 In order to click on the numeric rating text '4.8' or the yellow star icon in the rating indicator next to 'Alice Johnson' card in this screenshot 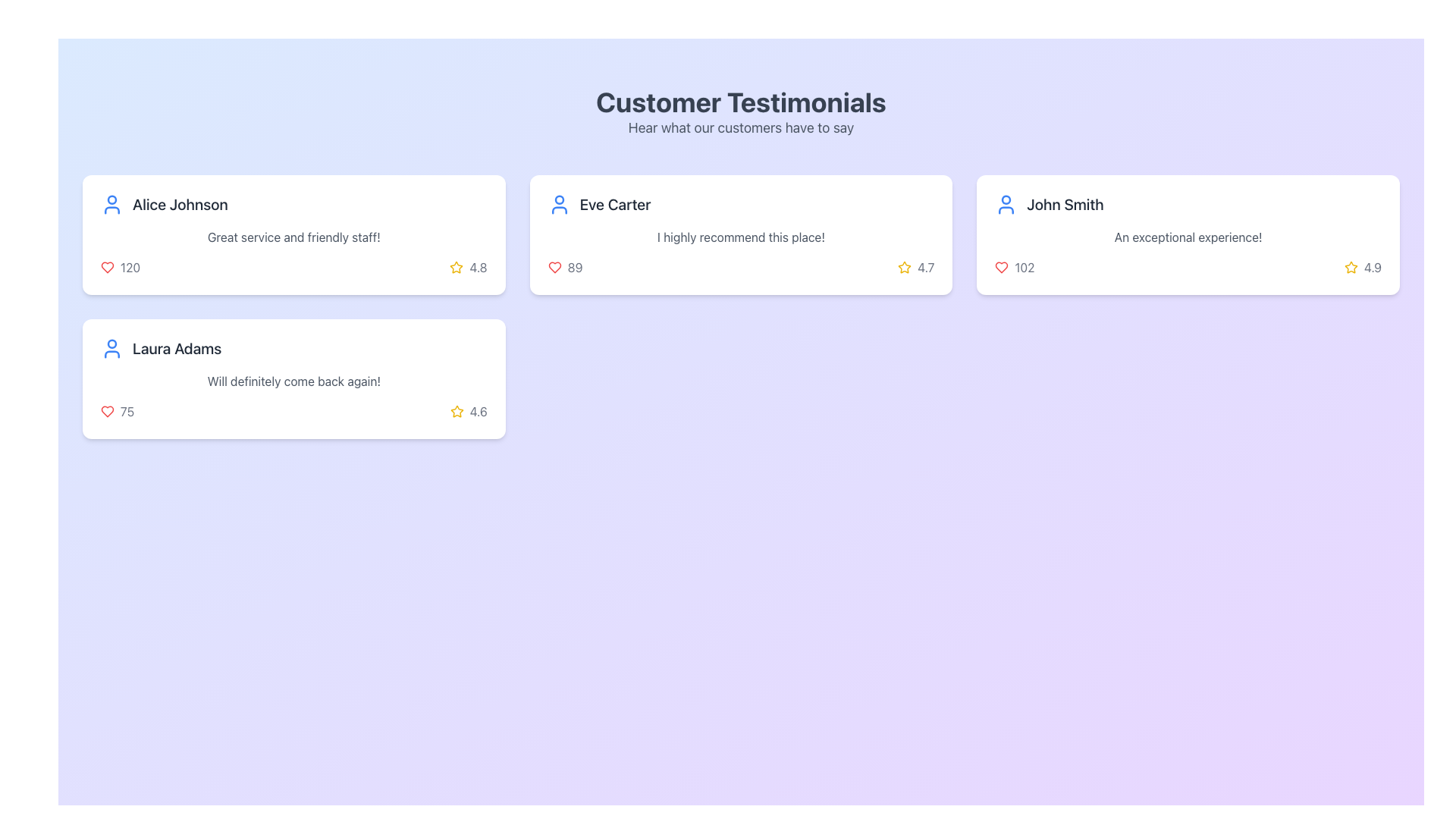, I will do `click(468, 267)`.